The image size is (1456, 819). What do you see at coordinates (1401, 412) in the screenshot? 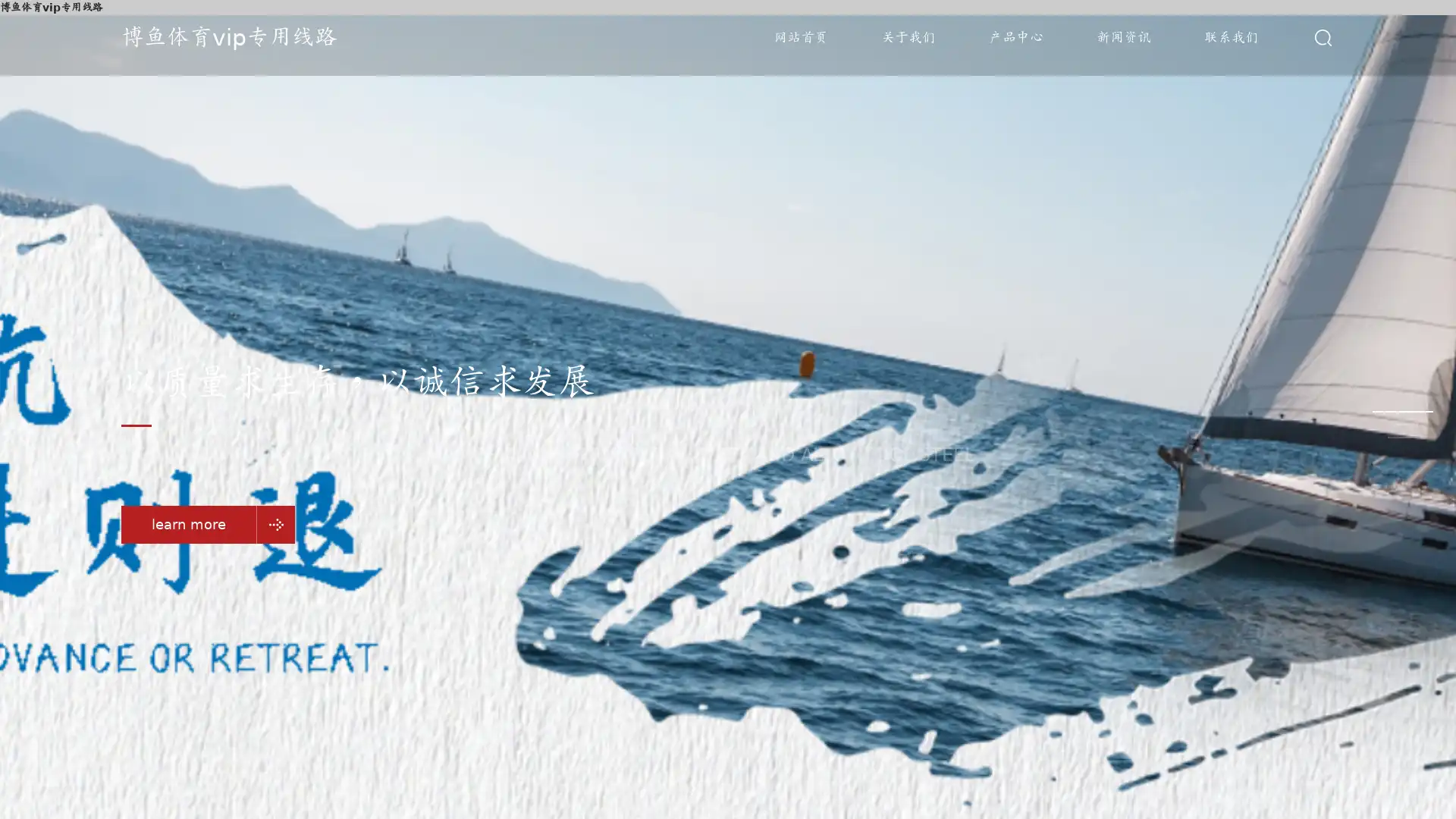
I see `Go to slide 1` at bounding box center [1401, 412].